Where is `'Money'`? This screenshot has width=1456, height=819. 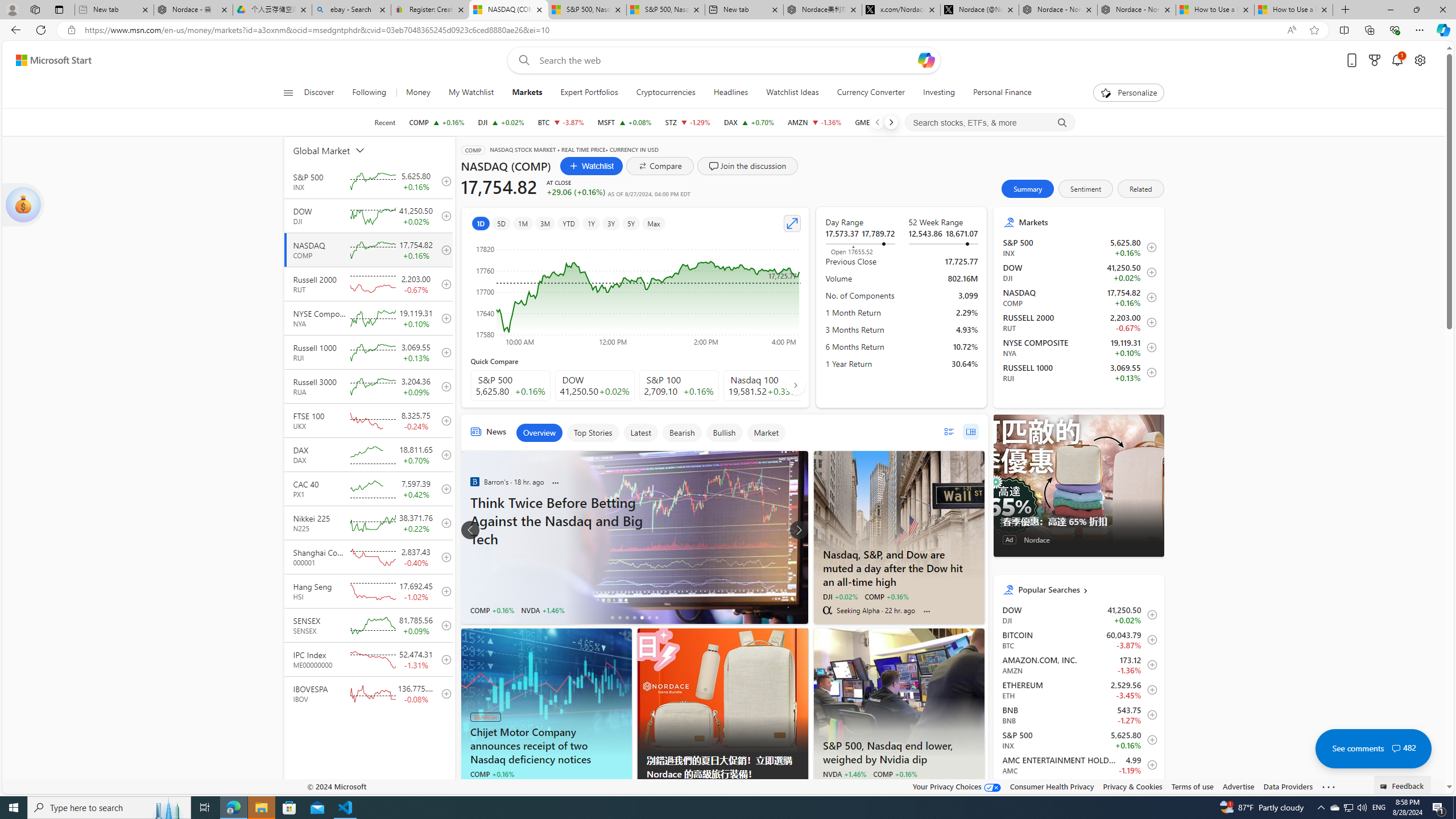 'Money' is located at coordinates (418, 92).